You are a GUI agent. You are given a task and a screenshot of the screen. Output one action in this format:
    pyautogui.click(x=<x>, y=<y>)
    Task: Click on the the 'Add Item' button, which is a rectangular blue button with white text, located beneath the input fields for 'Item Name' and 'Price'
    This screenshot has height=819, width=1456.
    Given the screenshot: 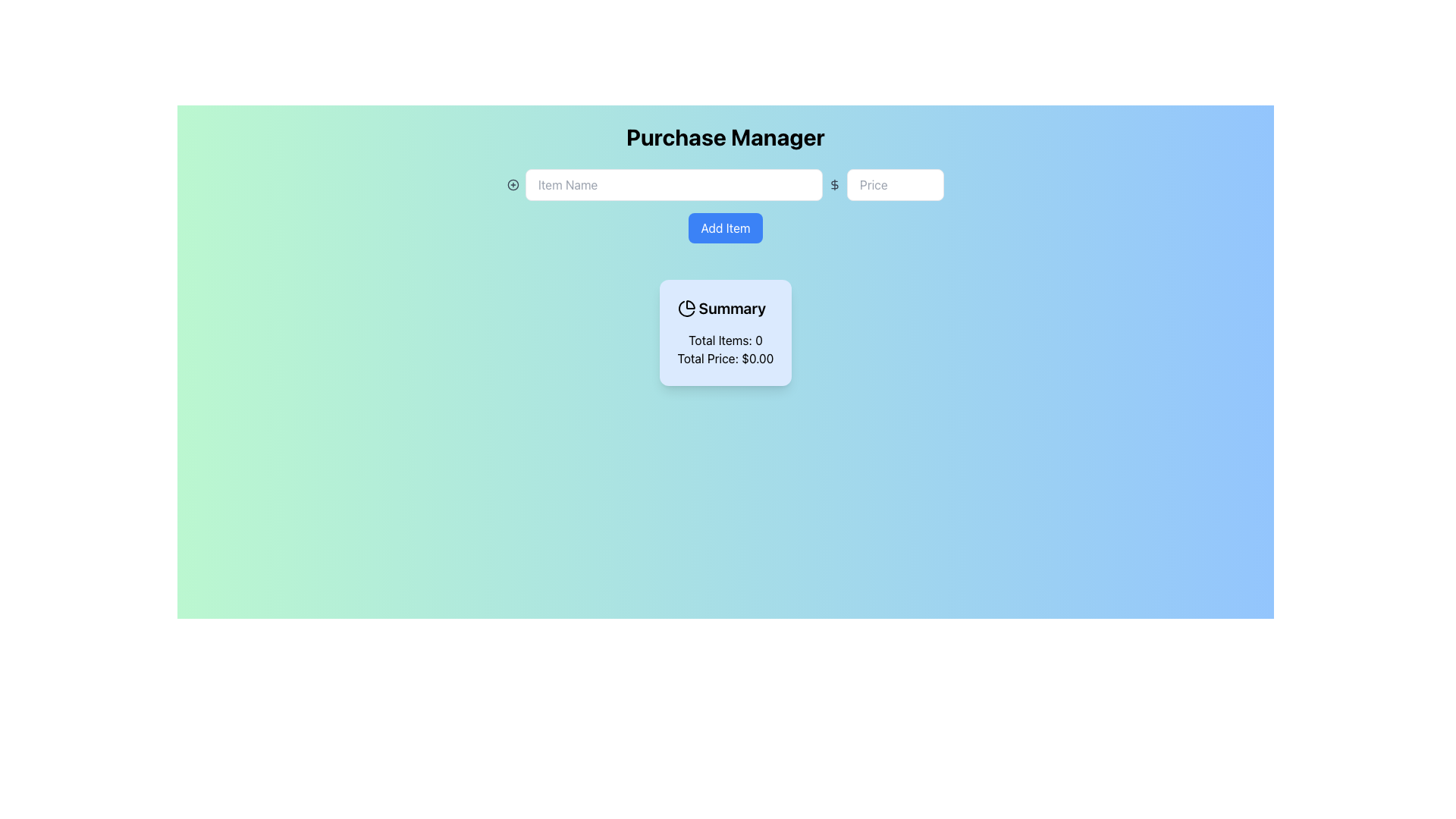 What is the action you would take?
    pyautogui.click(x=724, y=212)
    